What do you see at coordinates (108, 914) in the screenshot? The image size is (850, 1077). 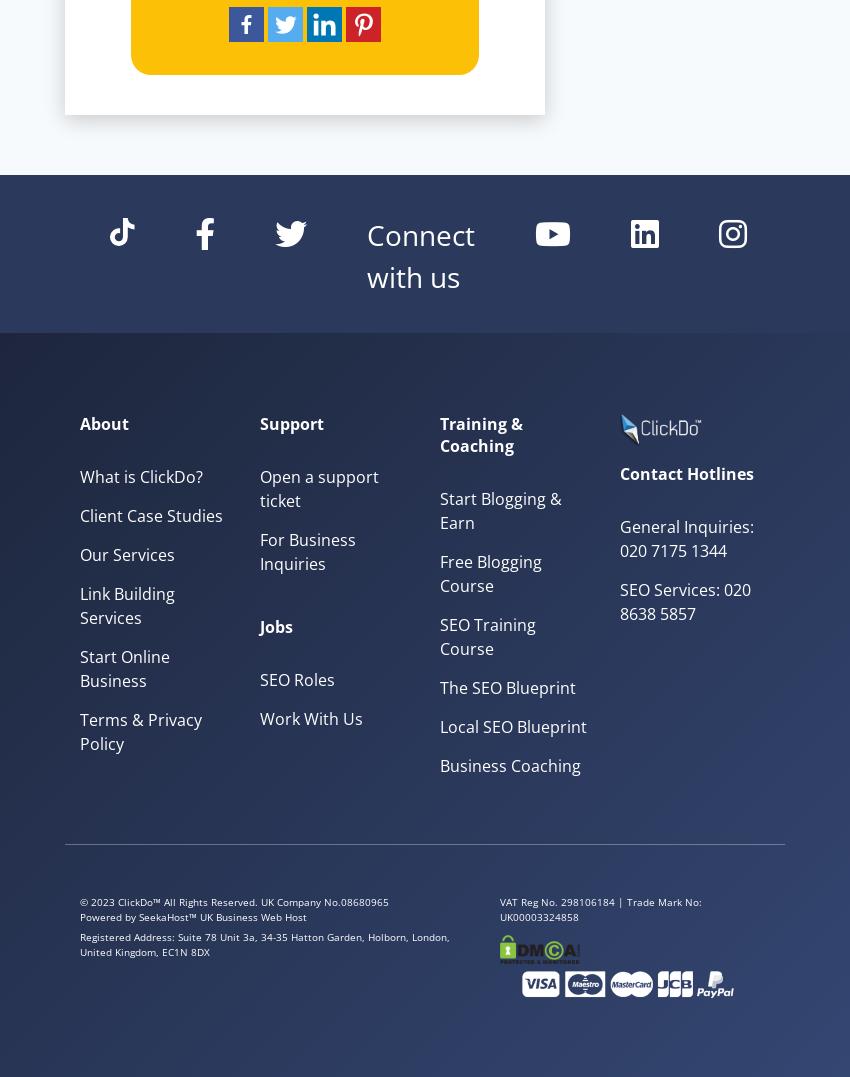 I see `'Powered by'` at bounding box center [108, 914].